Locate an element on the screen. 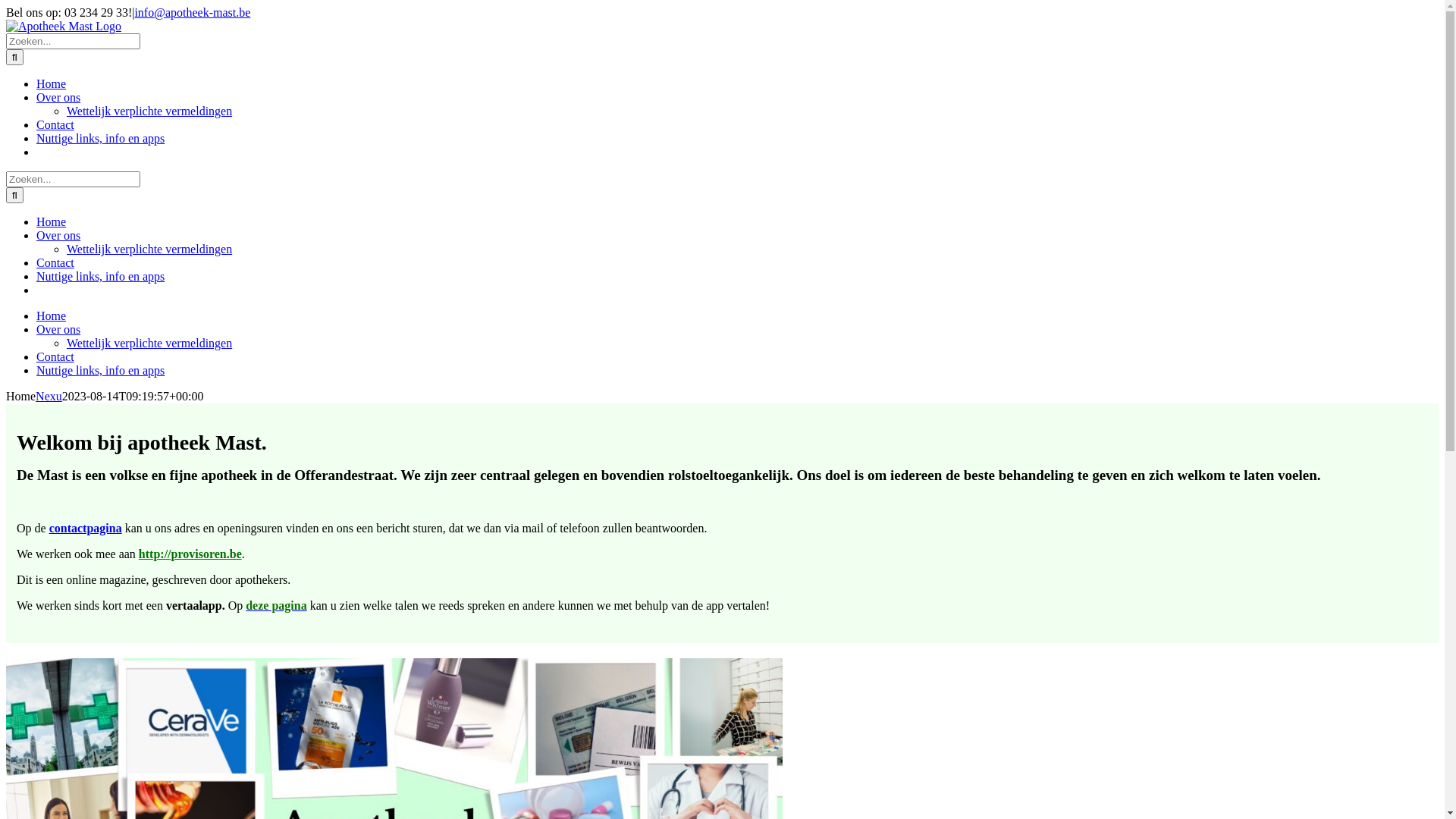 Image resolution: width=1456 pixels, height=819 pixels. 'Nuttige links, info en apps' is located at coordinates (99, 370).